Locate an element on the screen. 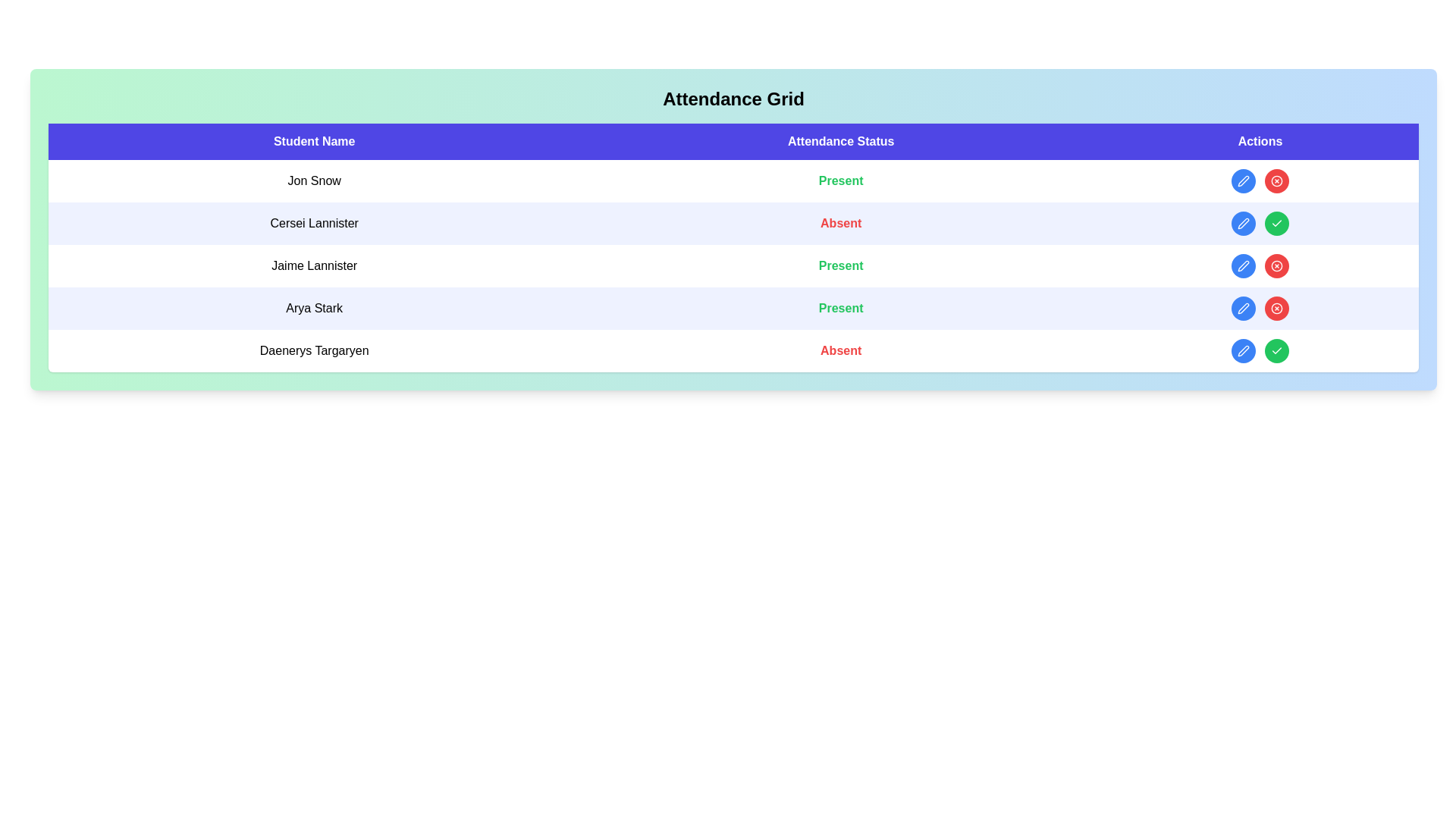 This screenshot has width=1456, height=819. edit button for the student identified by Cersei Lannister is located at coordinates (1244, 223).